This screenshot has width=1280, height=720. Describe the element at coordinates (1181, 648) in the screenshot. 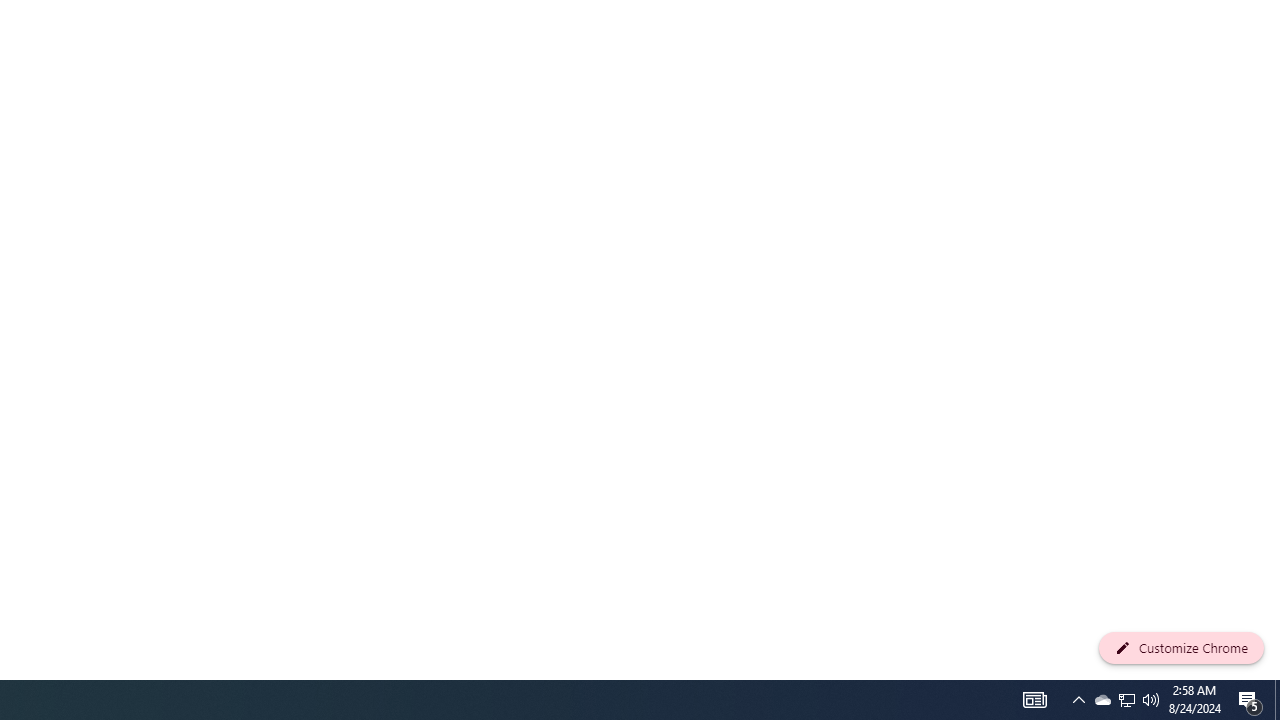

I see `'Customize Chrome'` at that location.